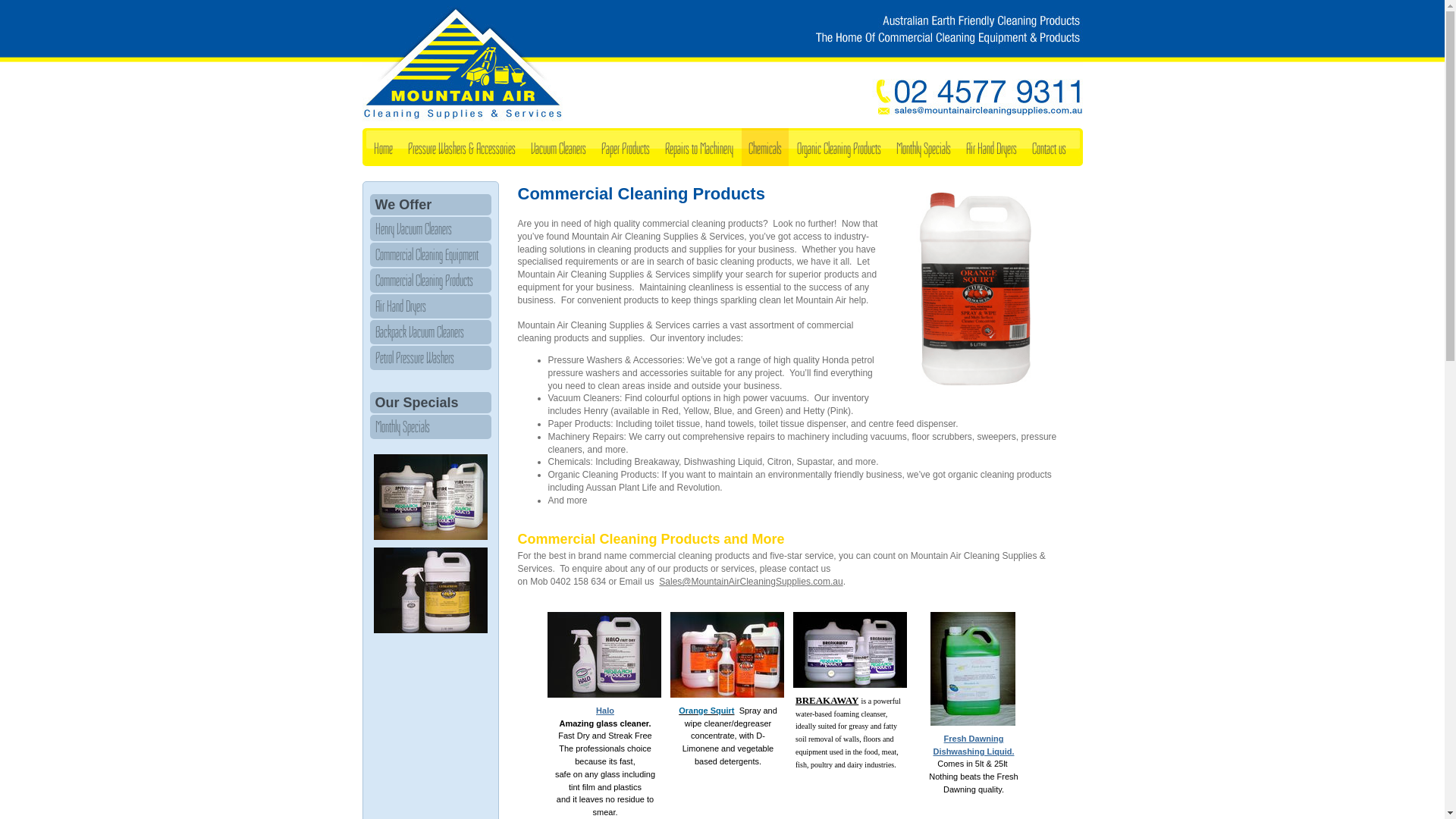 The width and height of the screenshot is (1456, 819). Describe the element at coordinates (593, 146) in the screenshot. I see `'Paper Products'` at that location.